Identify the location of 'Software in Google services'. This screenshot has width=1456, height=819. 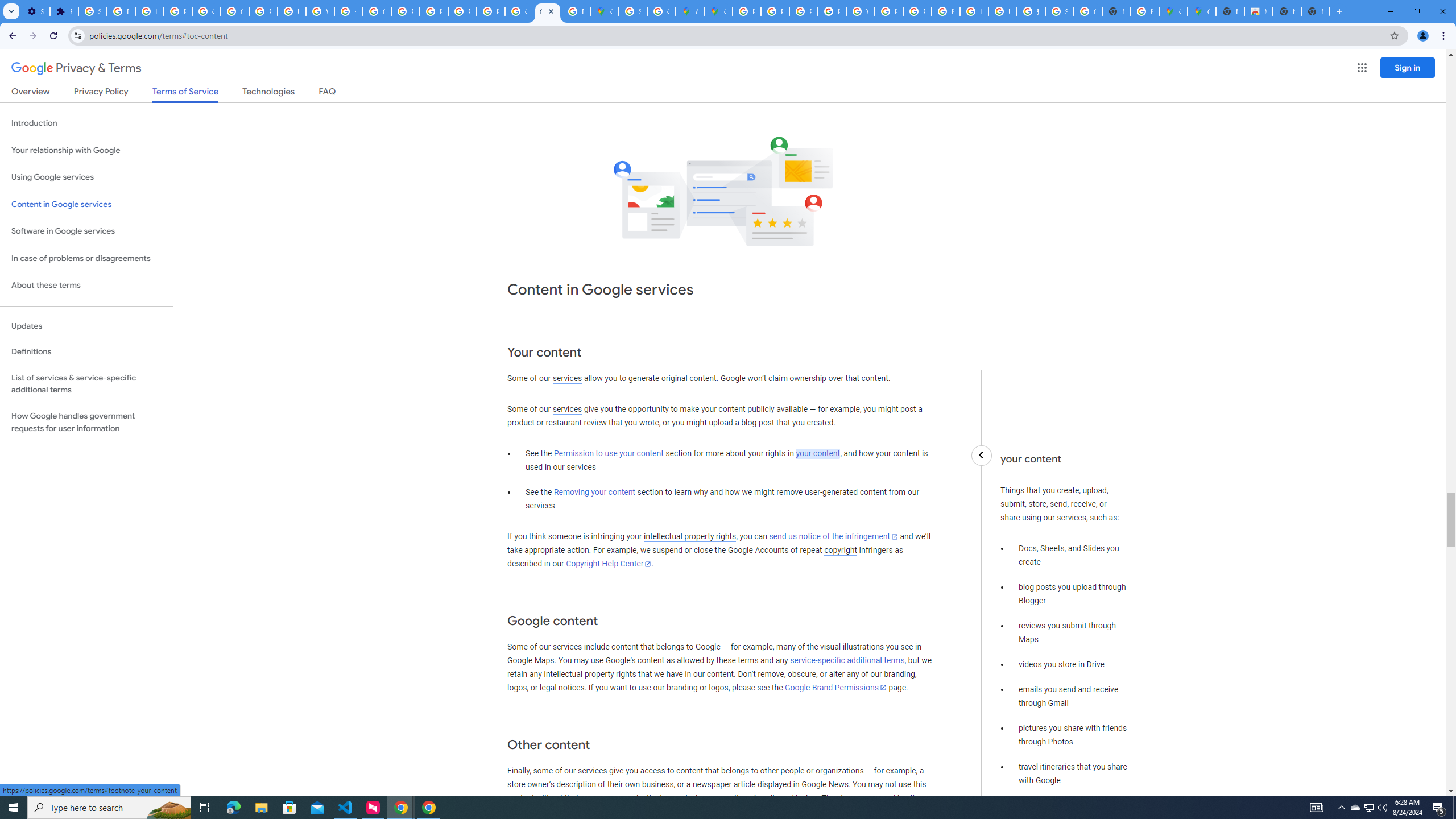
(86, 230).